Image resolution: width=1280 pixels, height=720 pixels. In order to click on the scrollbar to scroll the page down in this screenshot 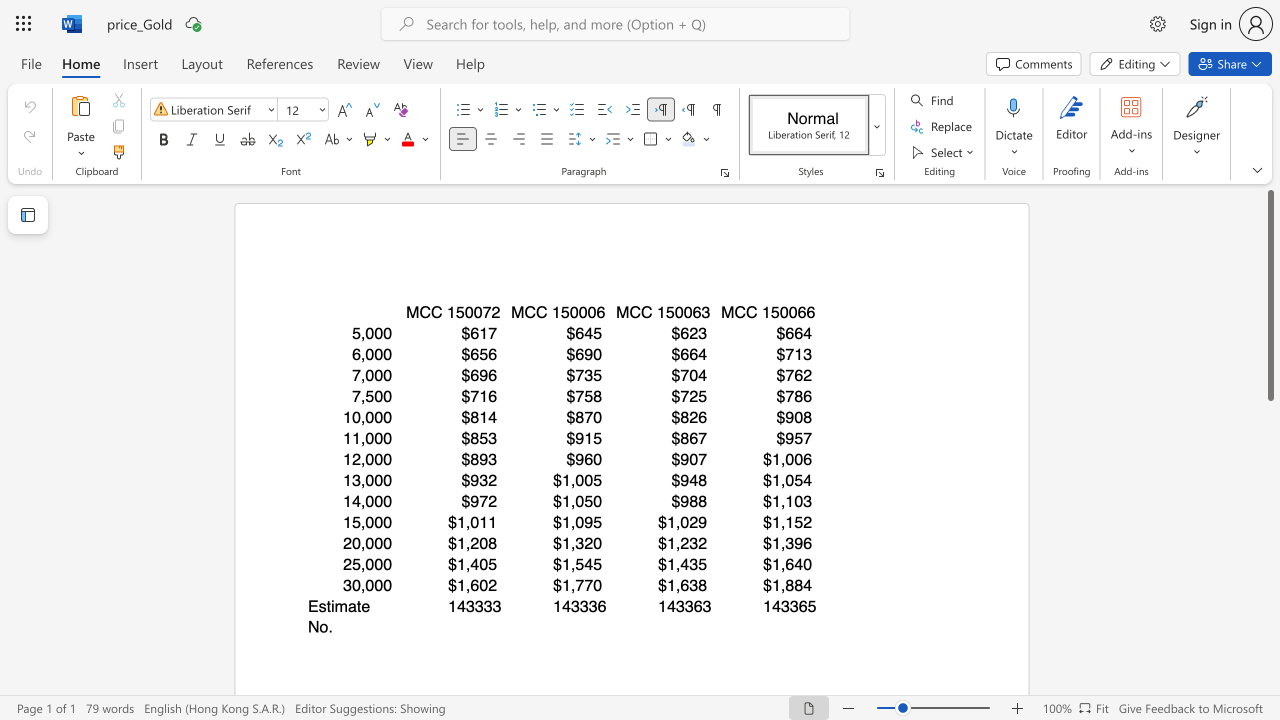, I will do `click(1269, 428)`.